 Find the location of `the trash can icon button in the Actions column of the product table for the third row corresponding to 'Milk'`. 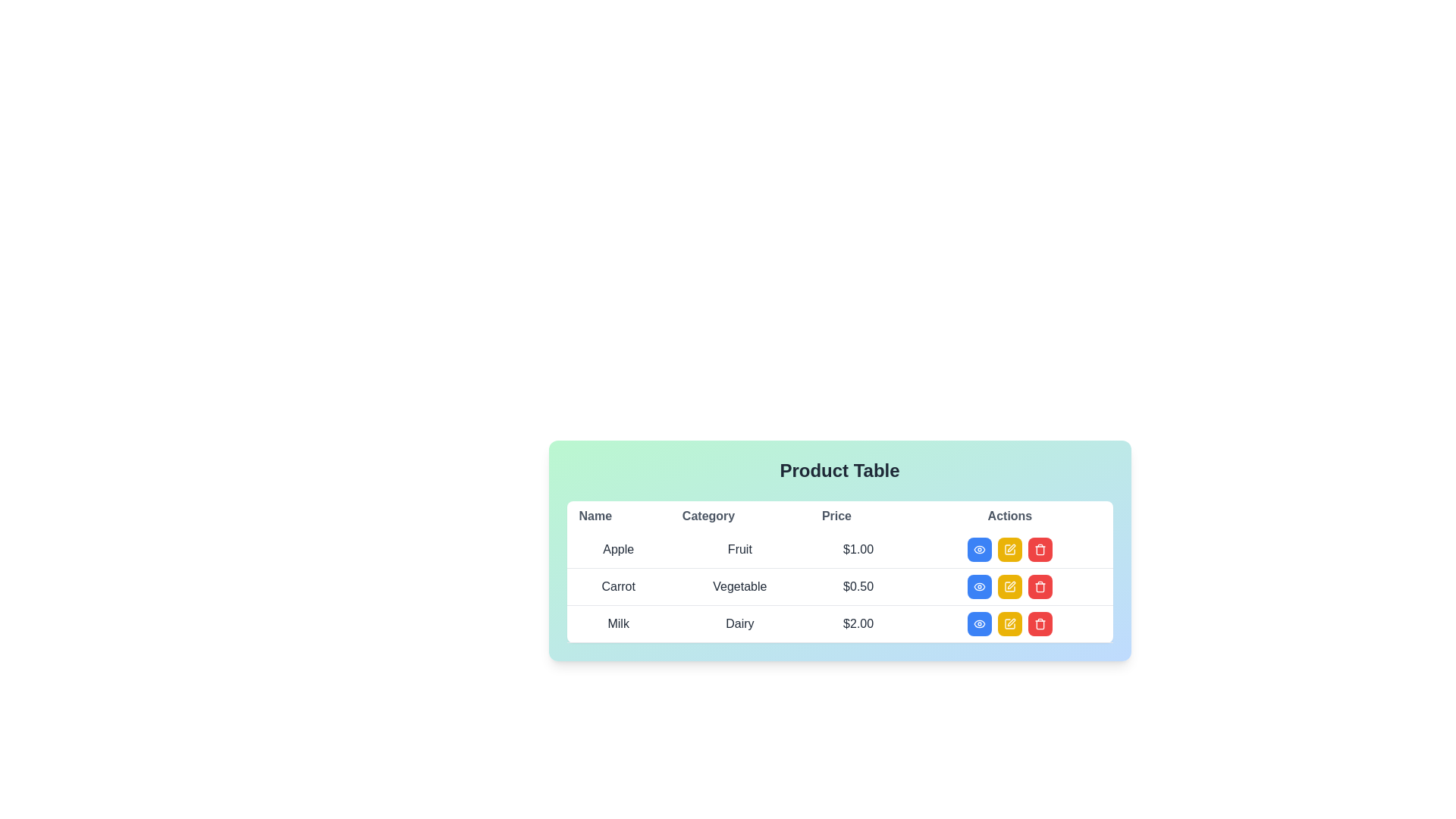

the trash can icon button in the Actions column of the product table for the third row corresponding to 'Milk' is located at coordinates (1039, 550).